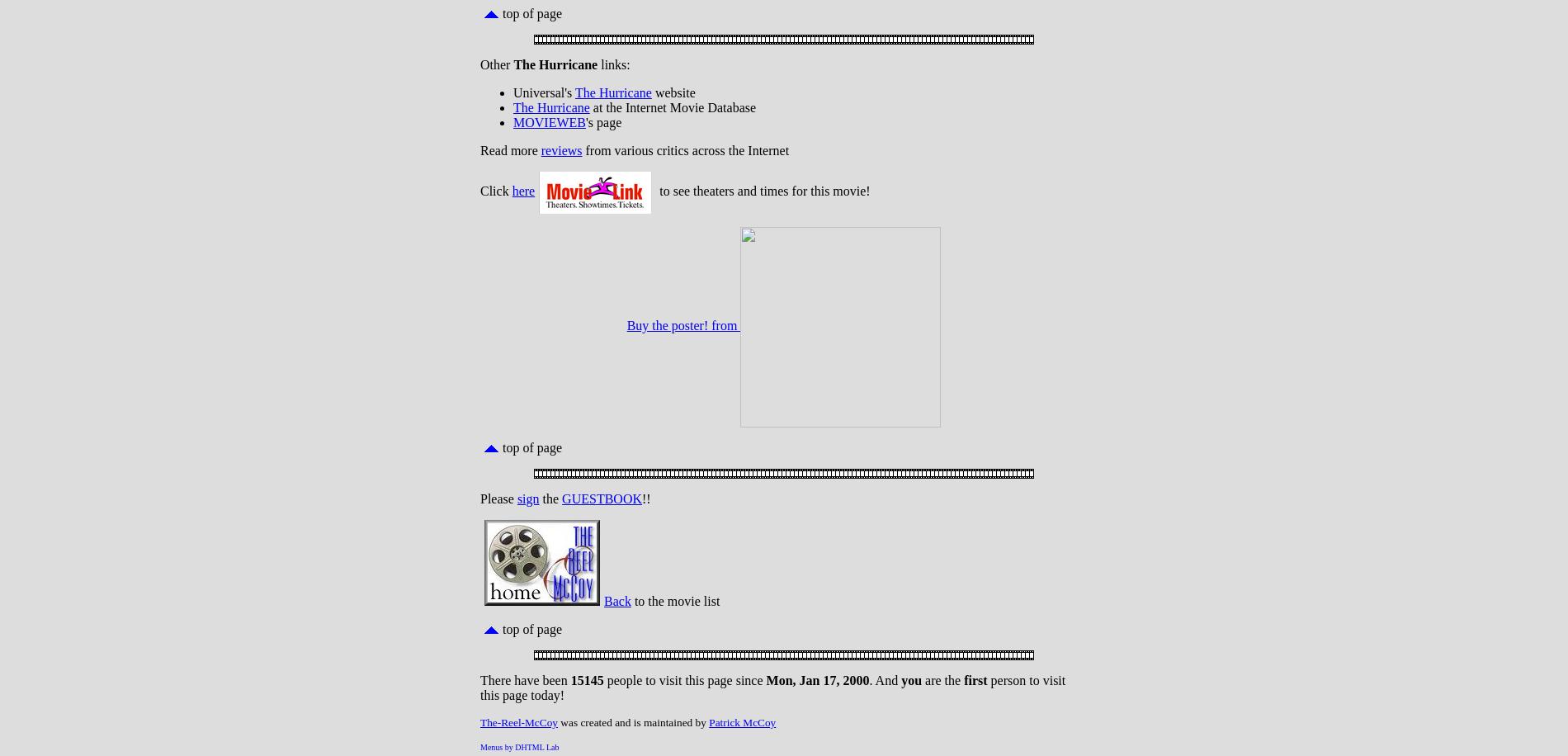  Describe the element at coordinates (602, 122) in the screenshot. I see `''s page'` at that location.